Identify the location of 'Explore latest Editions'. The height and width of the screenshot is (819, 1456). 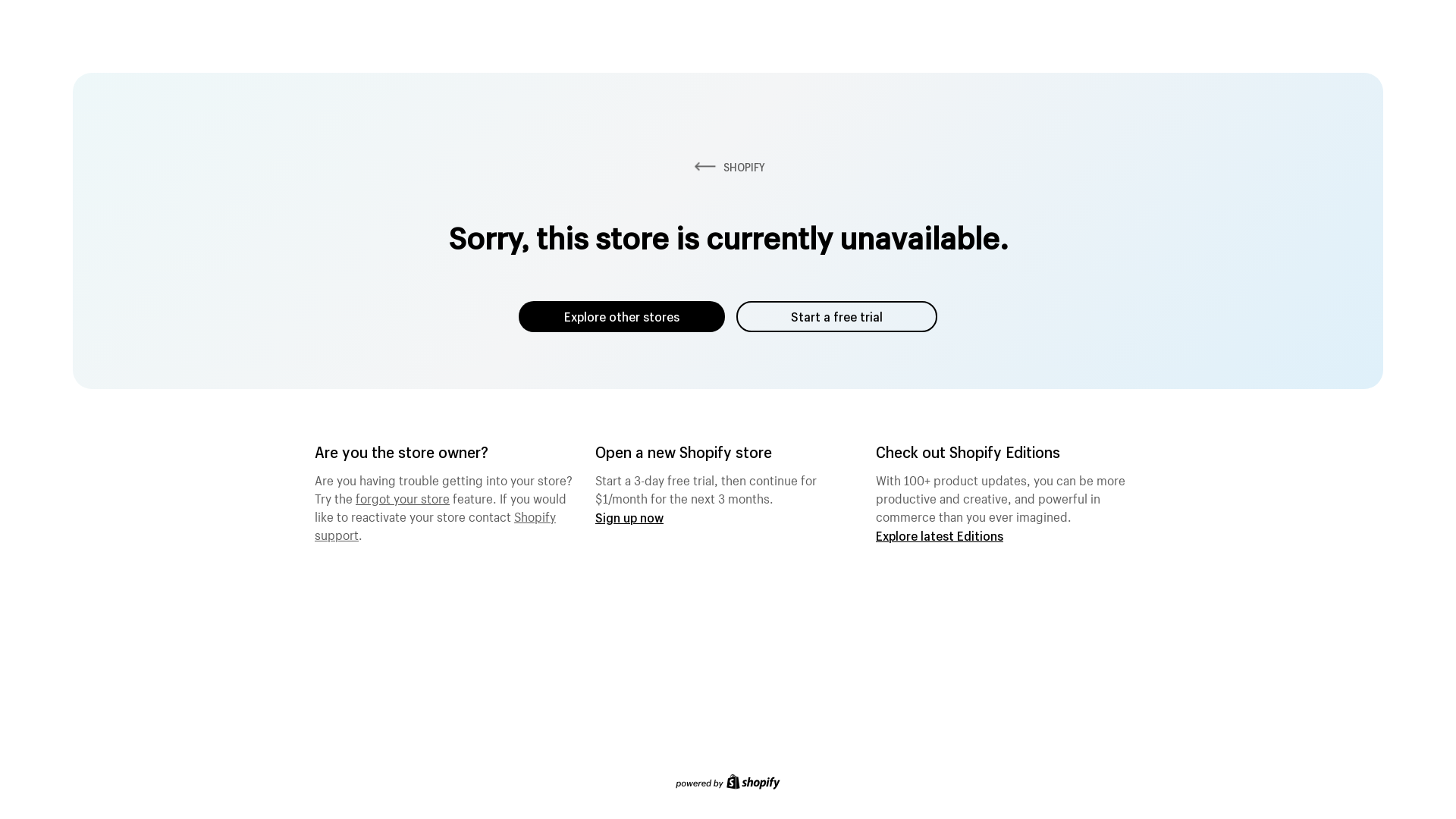
(938, 535).